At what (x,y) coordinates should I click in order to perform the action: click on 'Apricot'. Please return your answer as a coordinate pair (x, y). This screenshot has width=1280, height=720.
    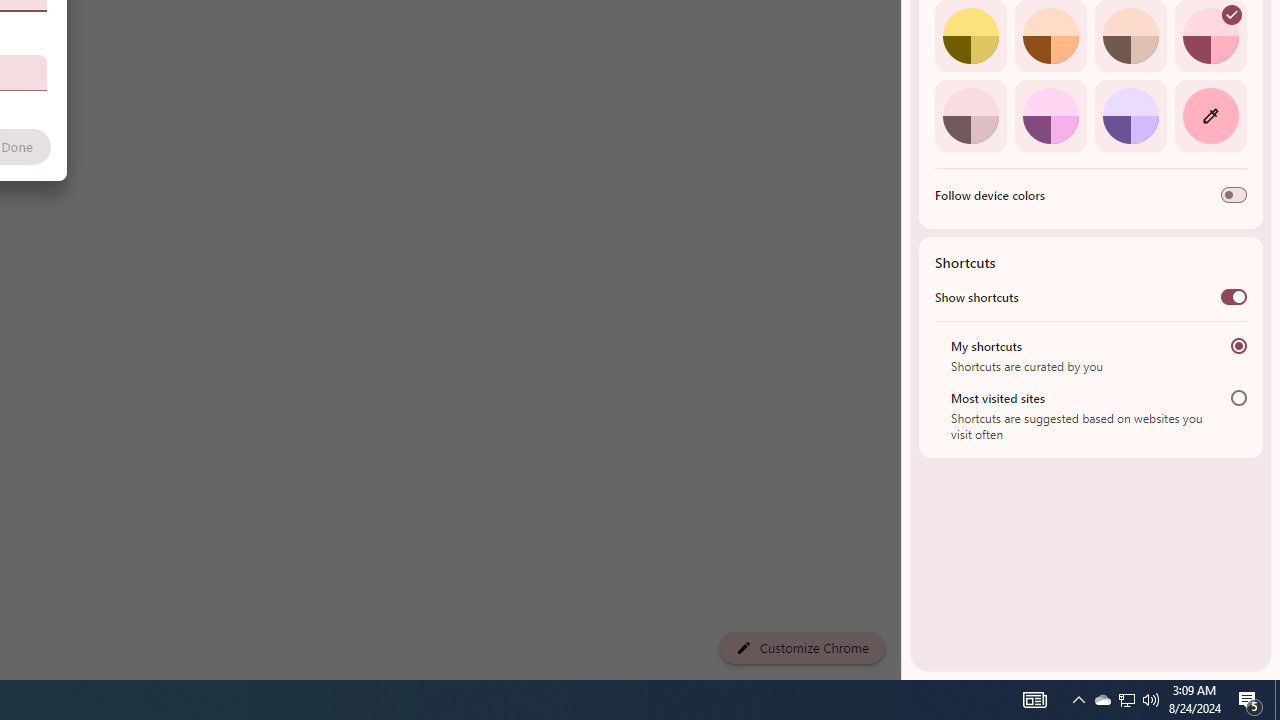
    Looking at the image, I should click on (1130, 36).